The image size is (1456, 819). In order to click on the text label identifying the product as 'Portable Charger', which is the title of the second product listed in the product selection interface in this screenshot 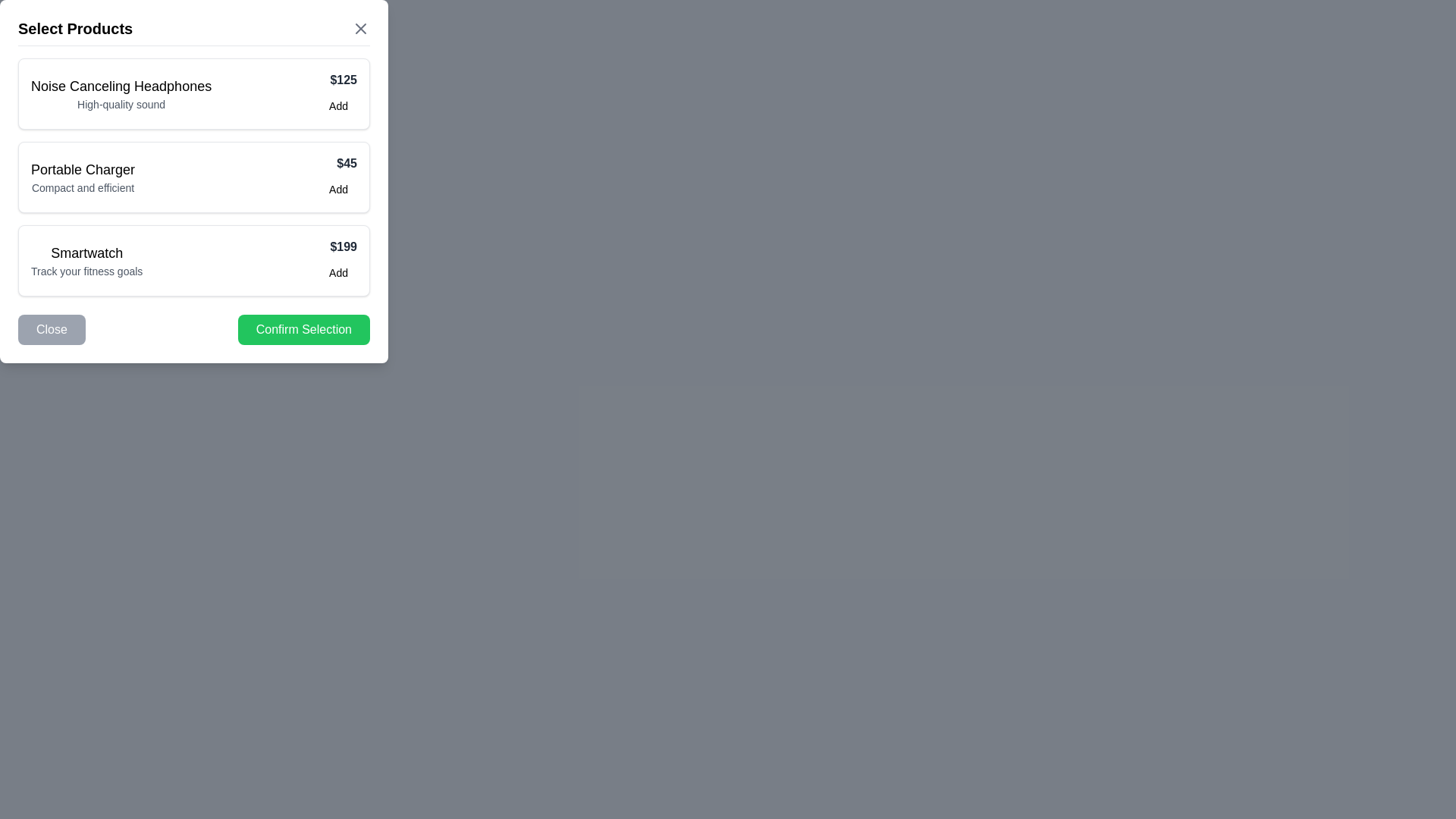, I will do `click(82, 169)`.